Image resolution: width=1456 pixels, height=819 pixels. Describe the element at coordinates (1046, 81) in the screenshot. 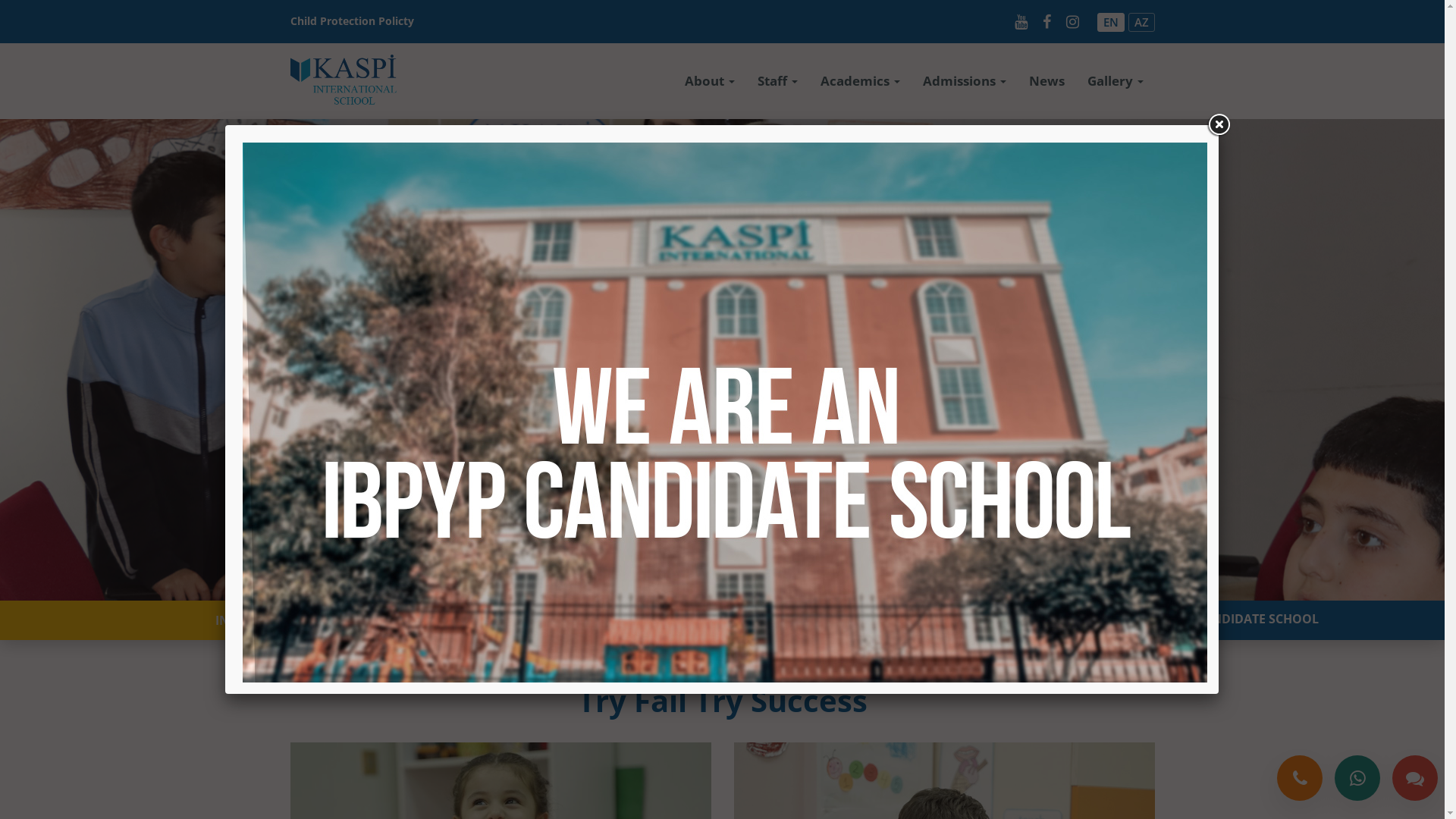

I see `'News'` at that location.